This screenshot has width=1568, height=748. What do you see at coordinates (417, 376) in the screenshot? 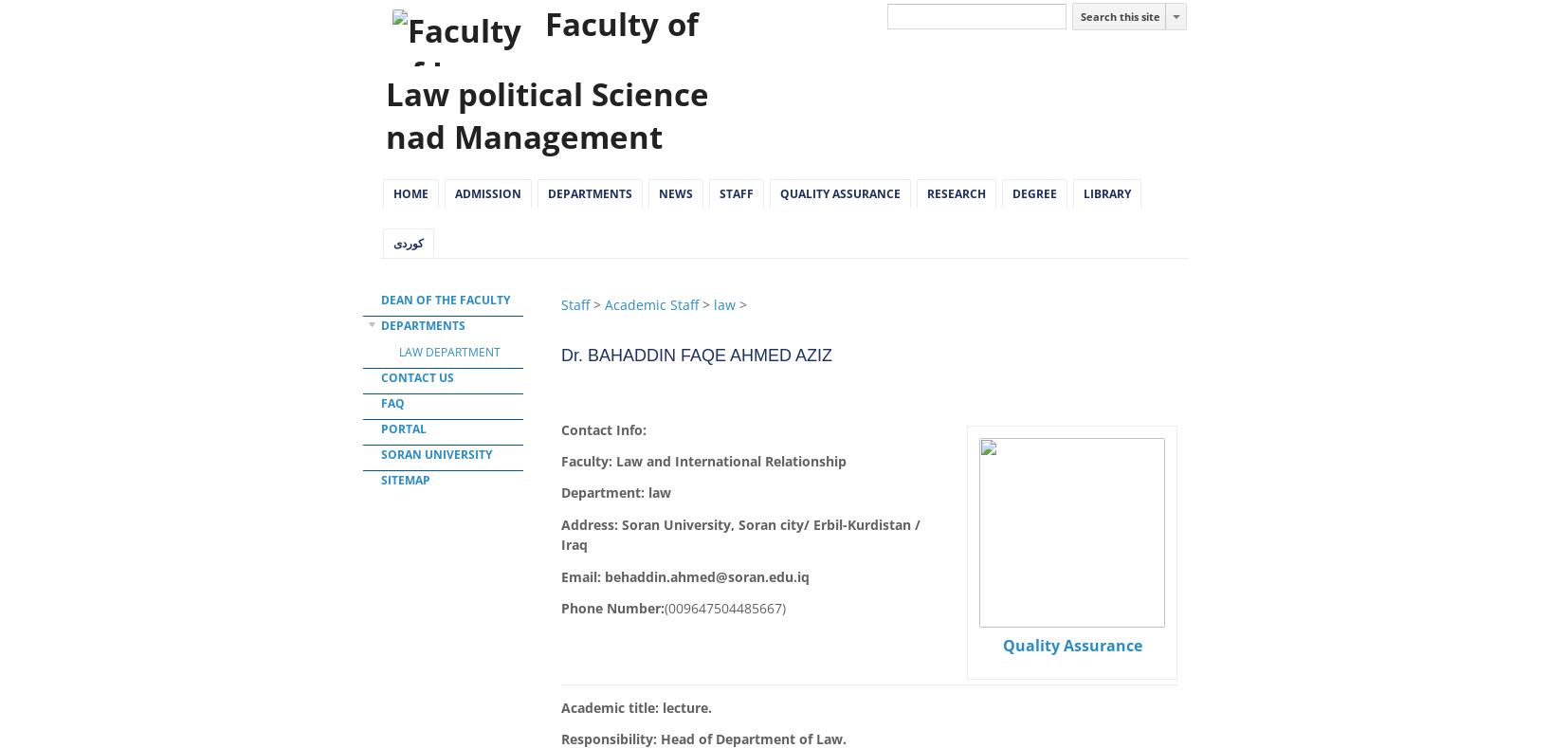
I see `'contact us'` at bounding box center [417, 376].